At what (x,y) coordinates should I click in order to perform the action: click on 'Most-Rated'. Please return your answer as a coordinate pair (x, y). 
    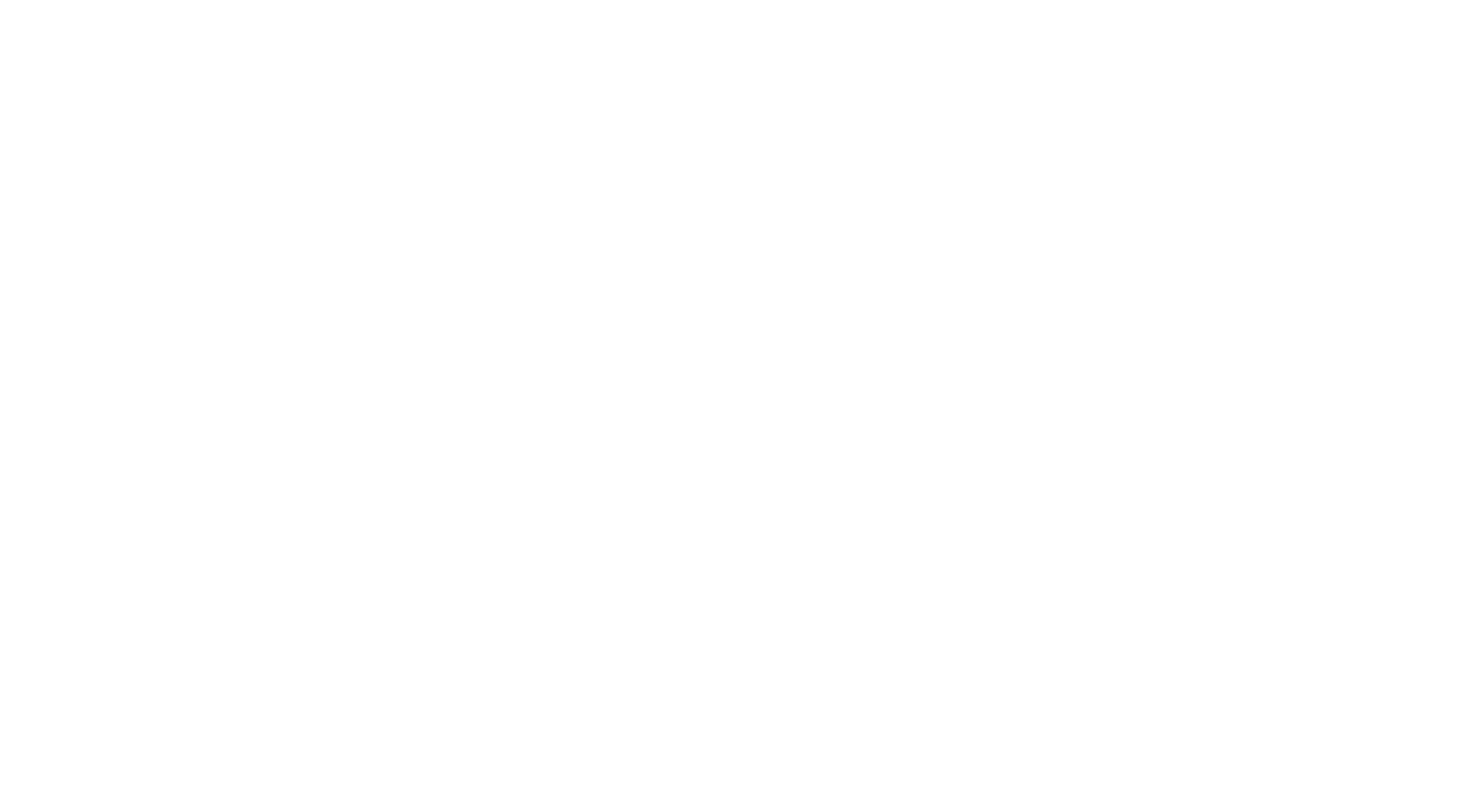
    Looking at the image, I should click on (450, 679).